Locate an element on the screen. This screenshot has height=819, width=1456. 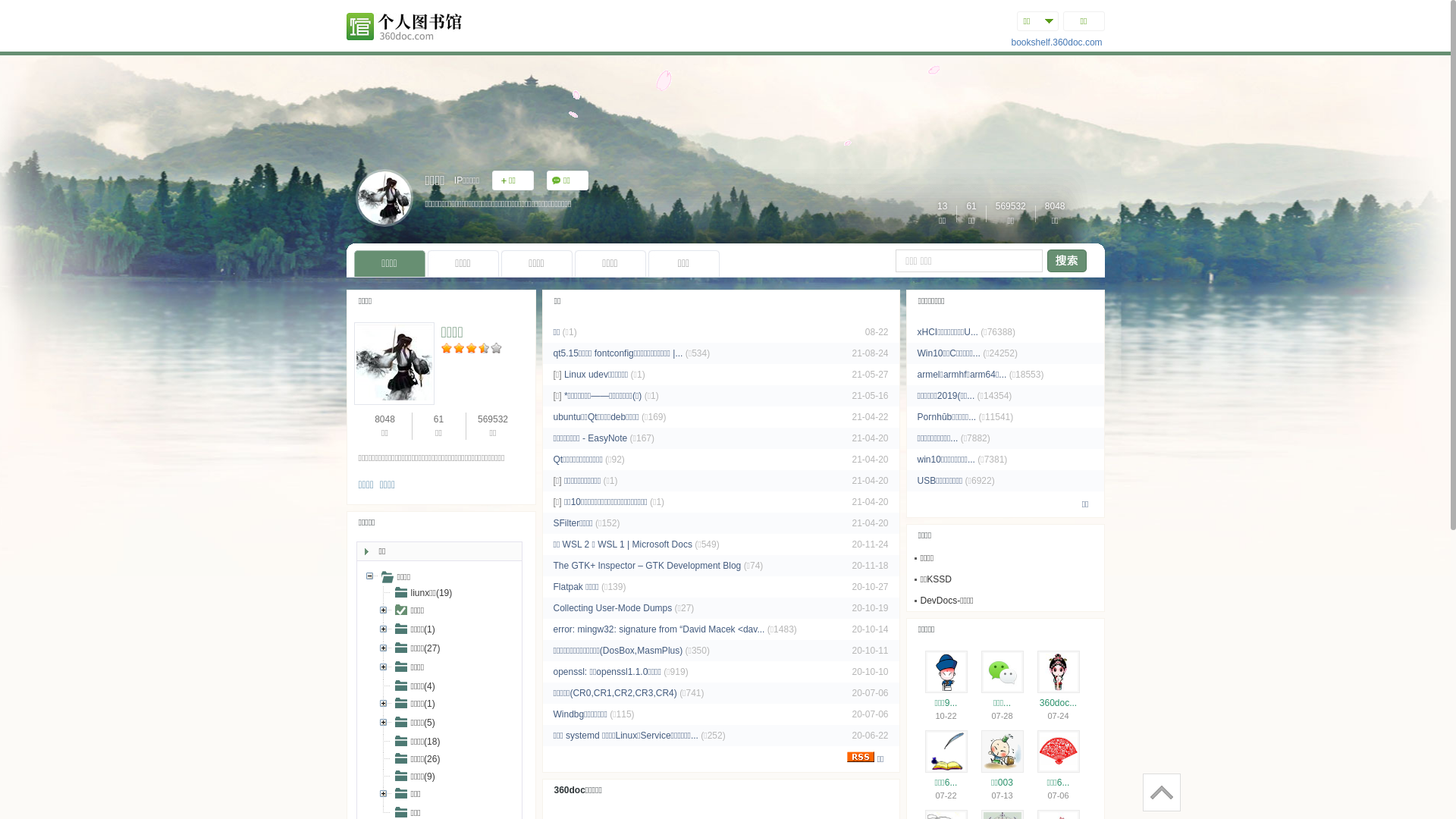
'Collecting User-Mode Dumps' is located at coordinates (613, 607).